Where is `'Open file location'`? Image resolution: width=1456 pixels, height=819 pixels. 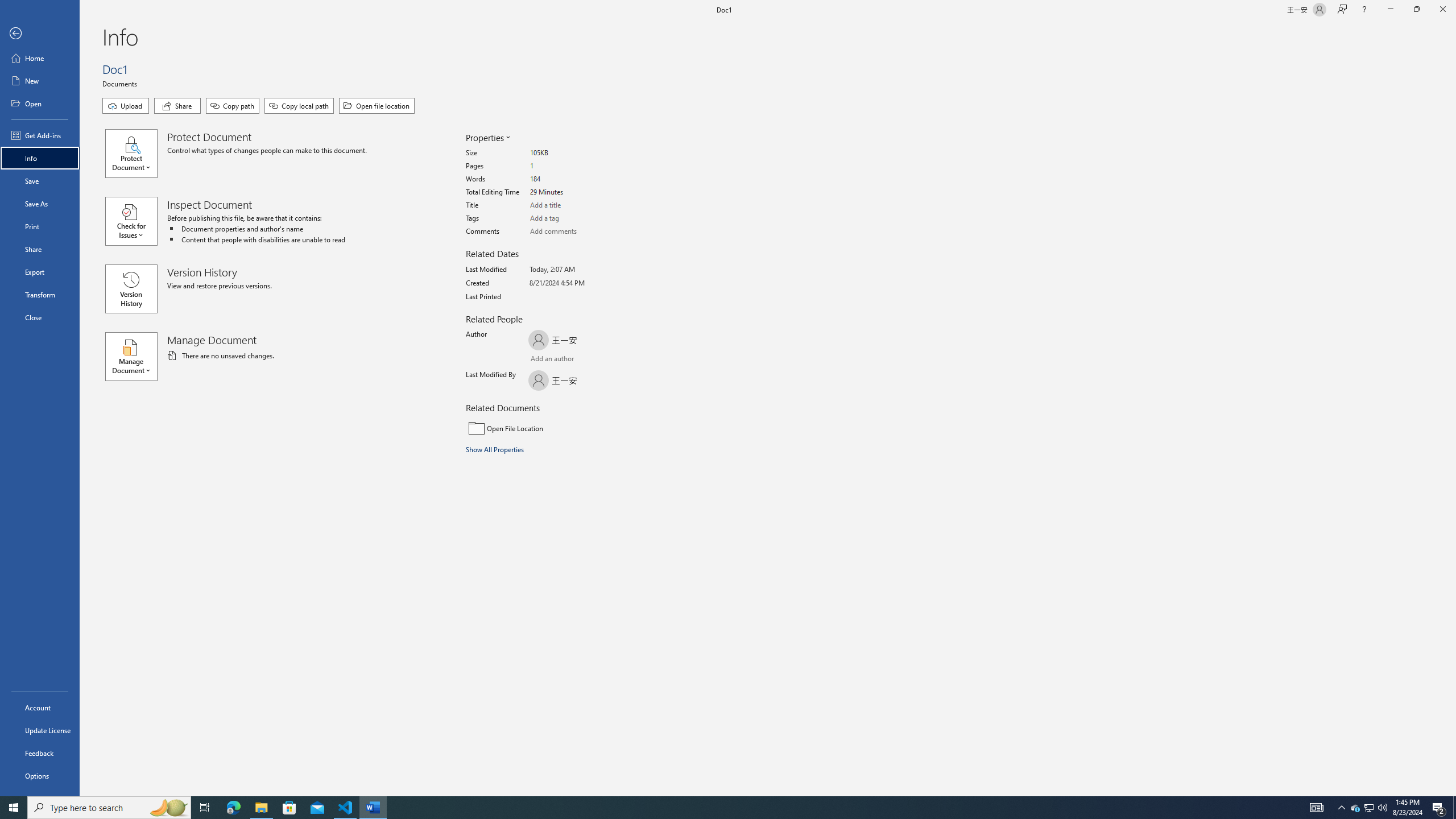 'Open file location' is located at coordinates (377, 105).